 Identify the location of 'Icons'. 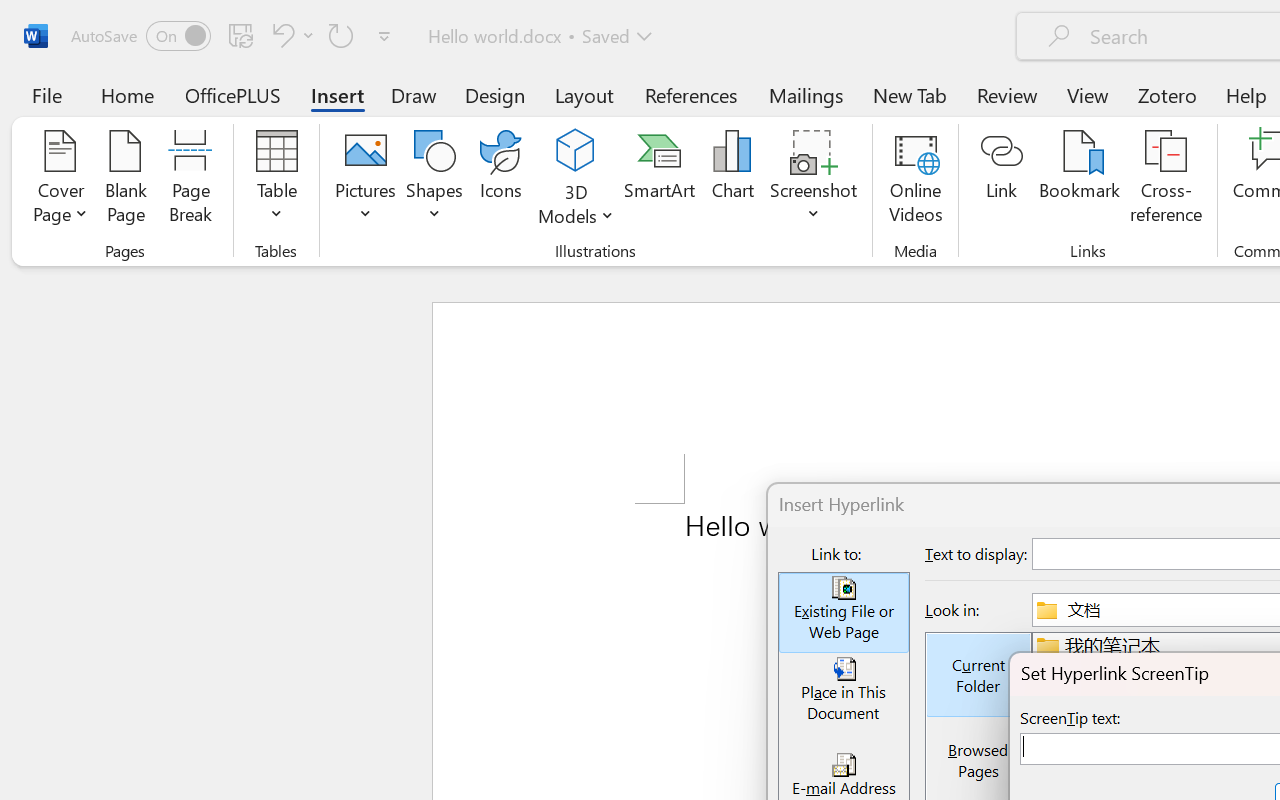
(501, 179).